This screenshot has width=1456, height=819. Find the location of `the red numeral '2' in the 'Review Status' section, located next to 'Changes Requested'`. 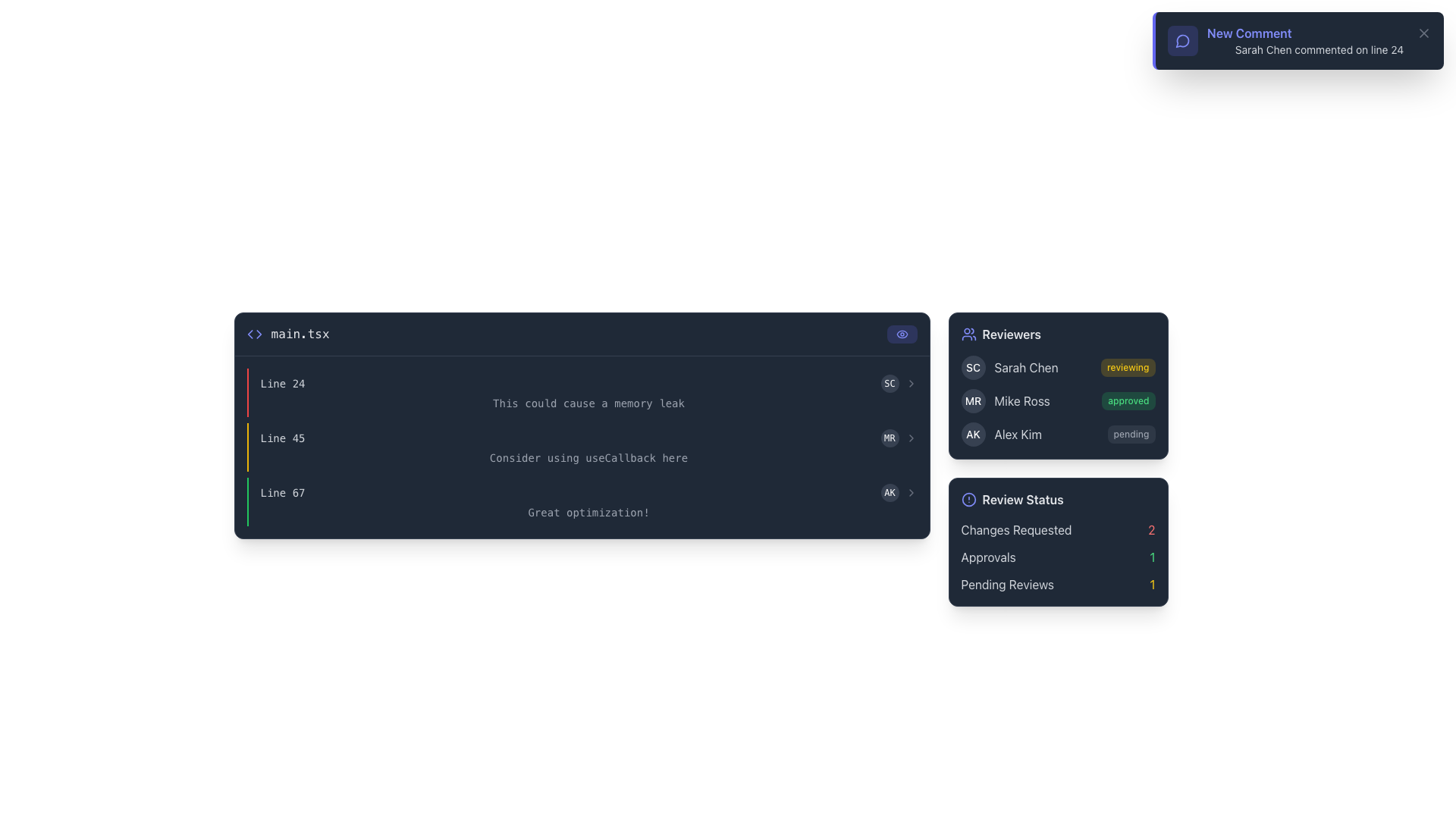

the red numeral '2' in the 'Review Status' section, located next to 'Changes Requested' is located at coordinates (1151, 529).